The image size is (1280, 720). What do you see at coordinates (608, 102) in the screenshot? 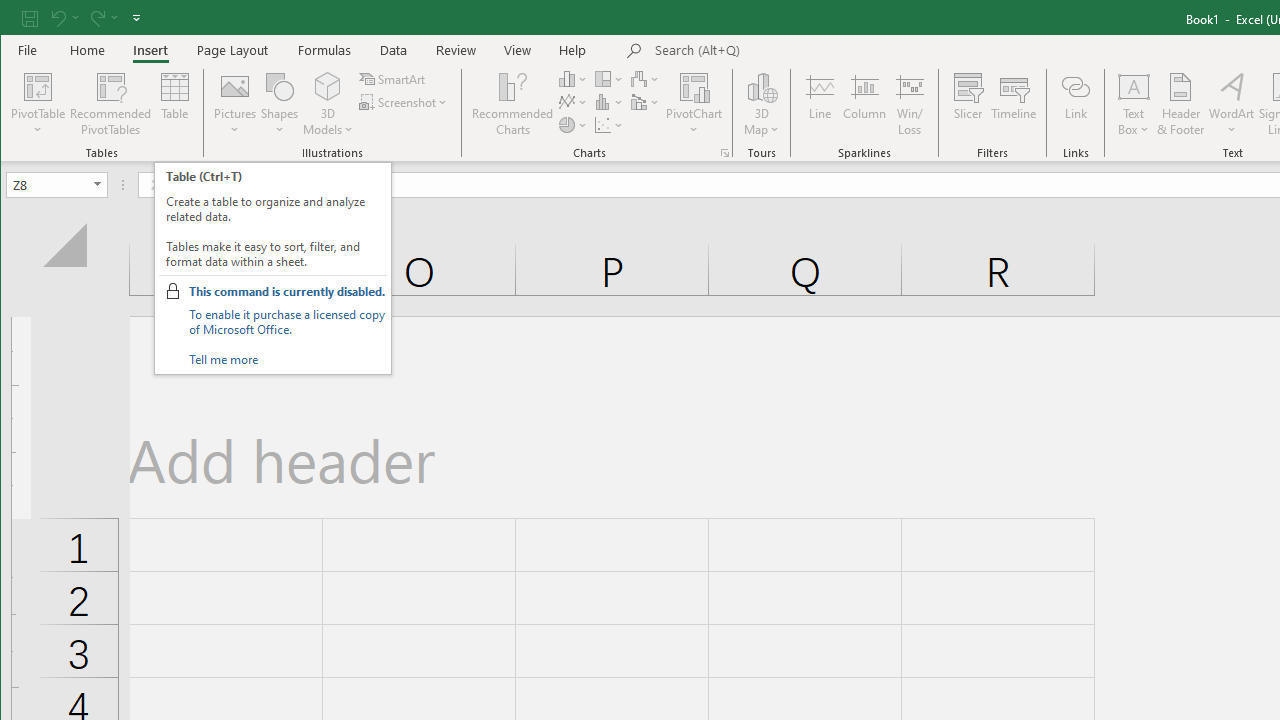
I see `'Insert Statistic Chart'` at bounding box center [608, 102].